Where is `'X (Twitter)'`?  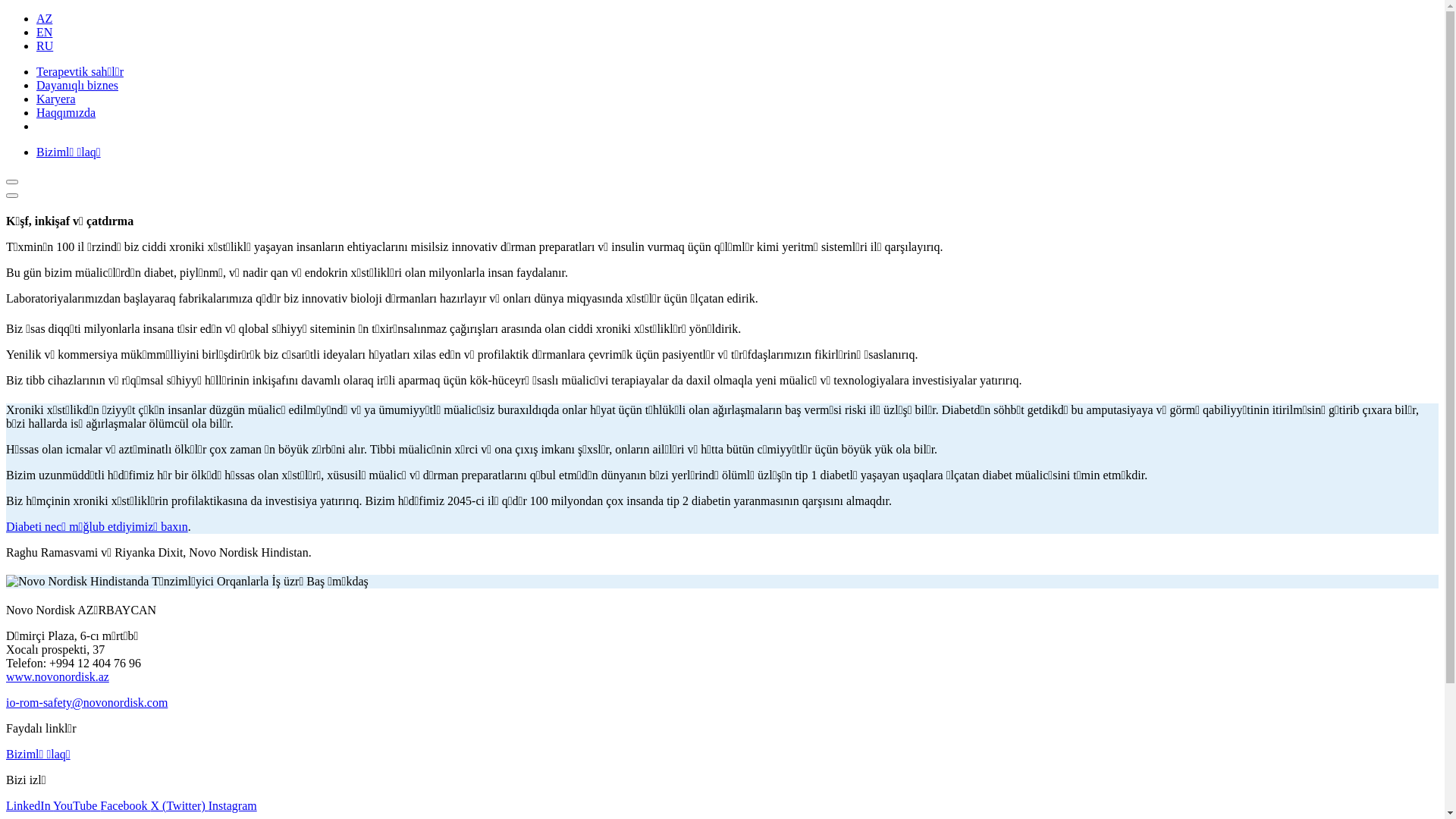 'X (Twitter)' is located at coordinates (179, 805).